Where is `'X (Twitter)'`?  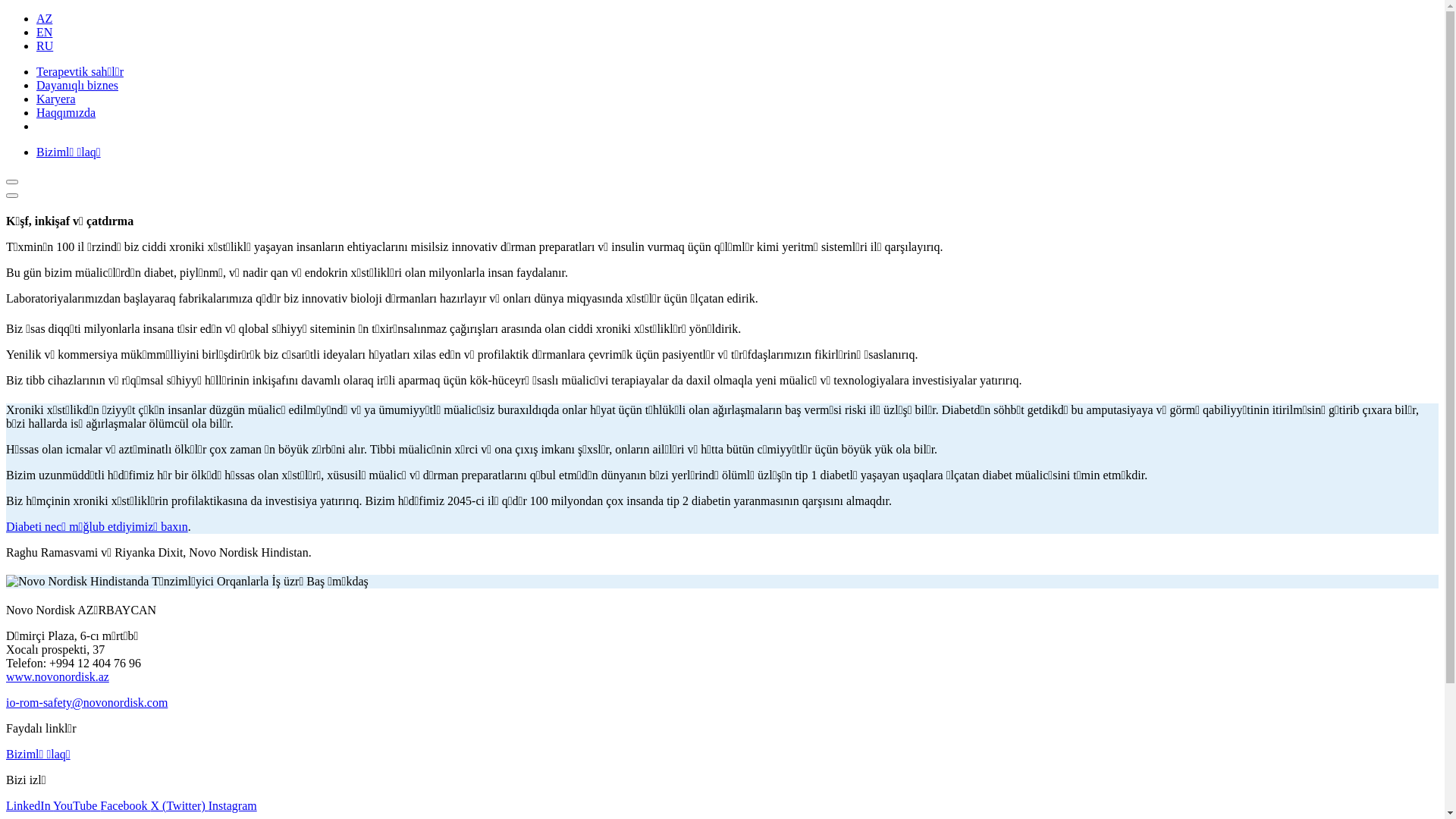 'X (Twitter)' is located at coordinates (179, 805).